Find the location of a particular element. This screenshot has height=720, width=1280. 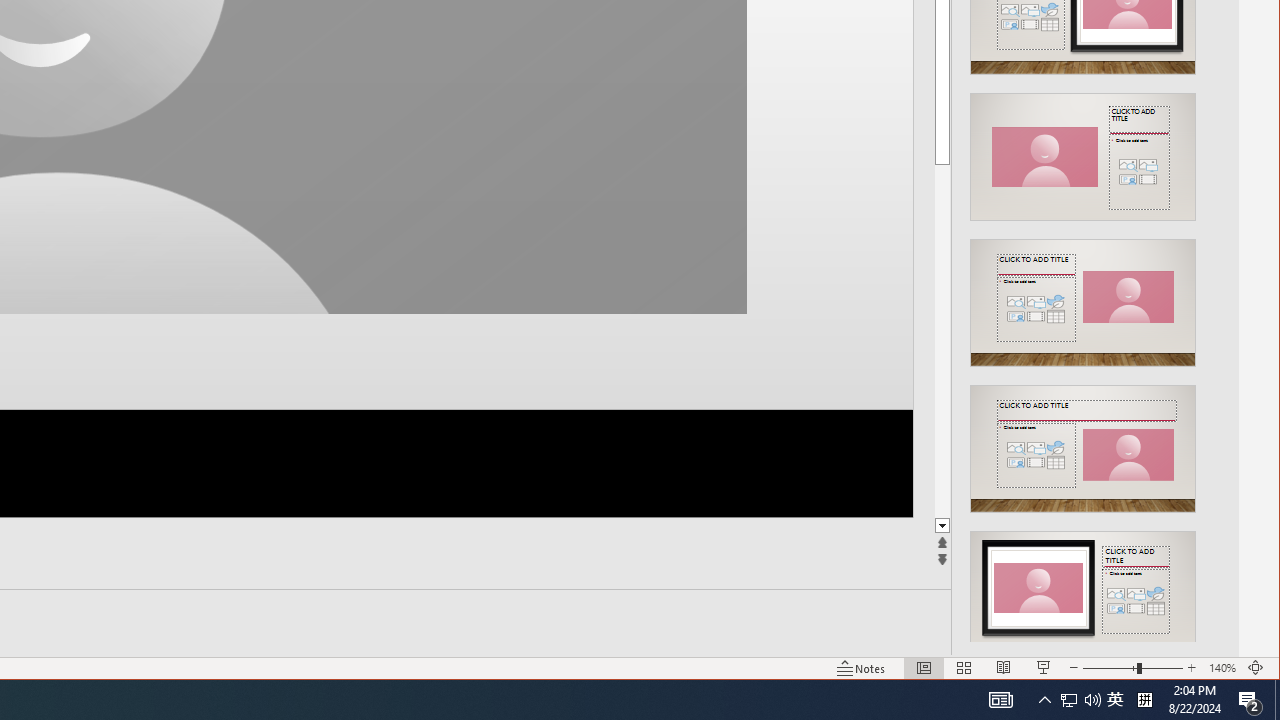

'Q2790: 100%' is located at coordinates (1079, 698).